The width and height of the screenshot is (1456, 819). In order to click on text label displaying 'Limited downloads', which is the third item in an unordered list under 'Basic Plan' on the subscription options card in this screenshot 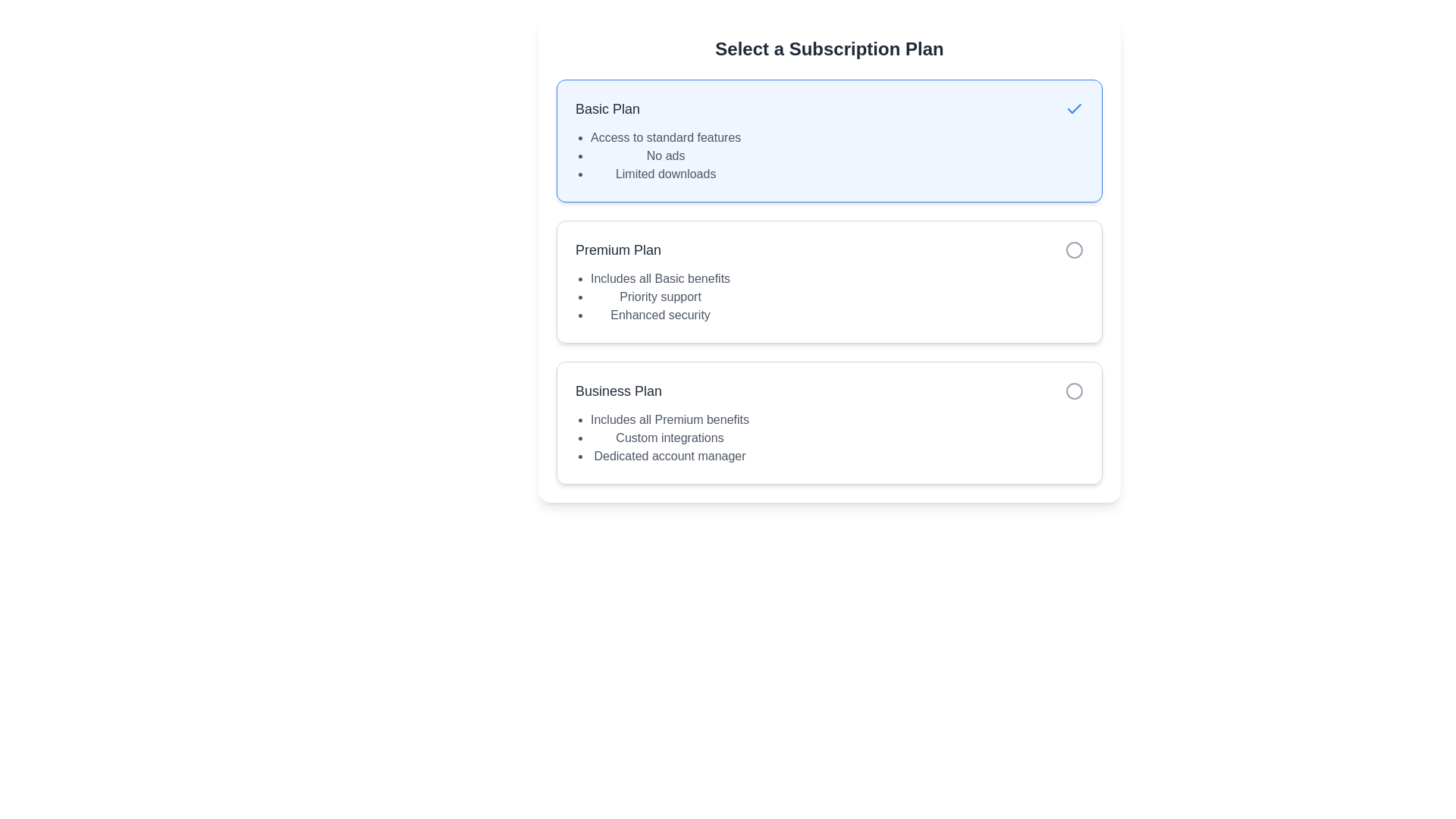, I will do `click(666, 174)`.